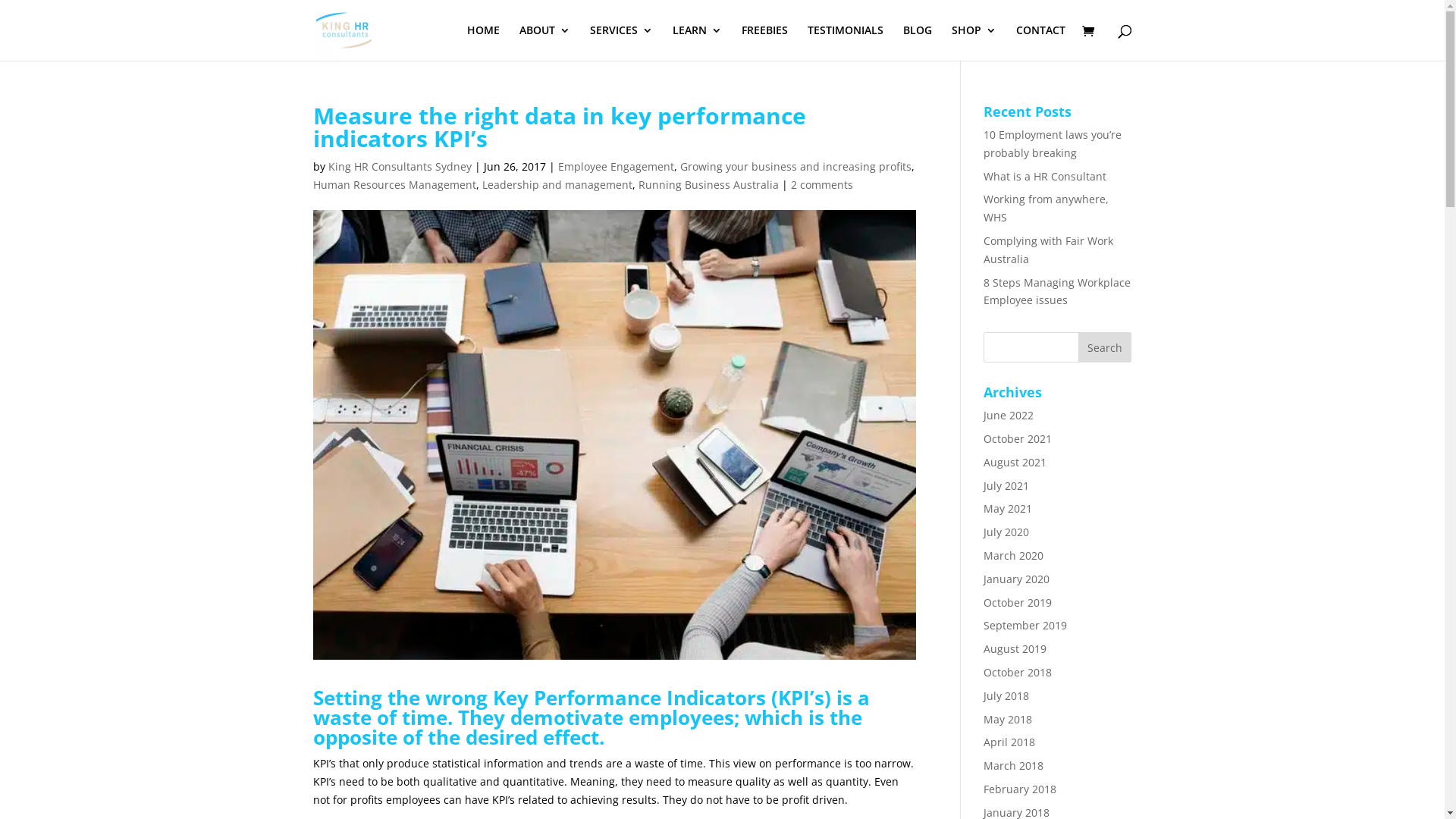 The image size is (1456, 819). I want to click on 'September 2019', so click(983, 625).